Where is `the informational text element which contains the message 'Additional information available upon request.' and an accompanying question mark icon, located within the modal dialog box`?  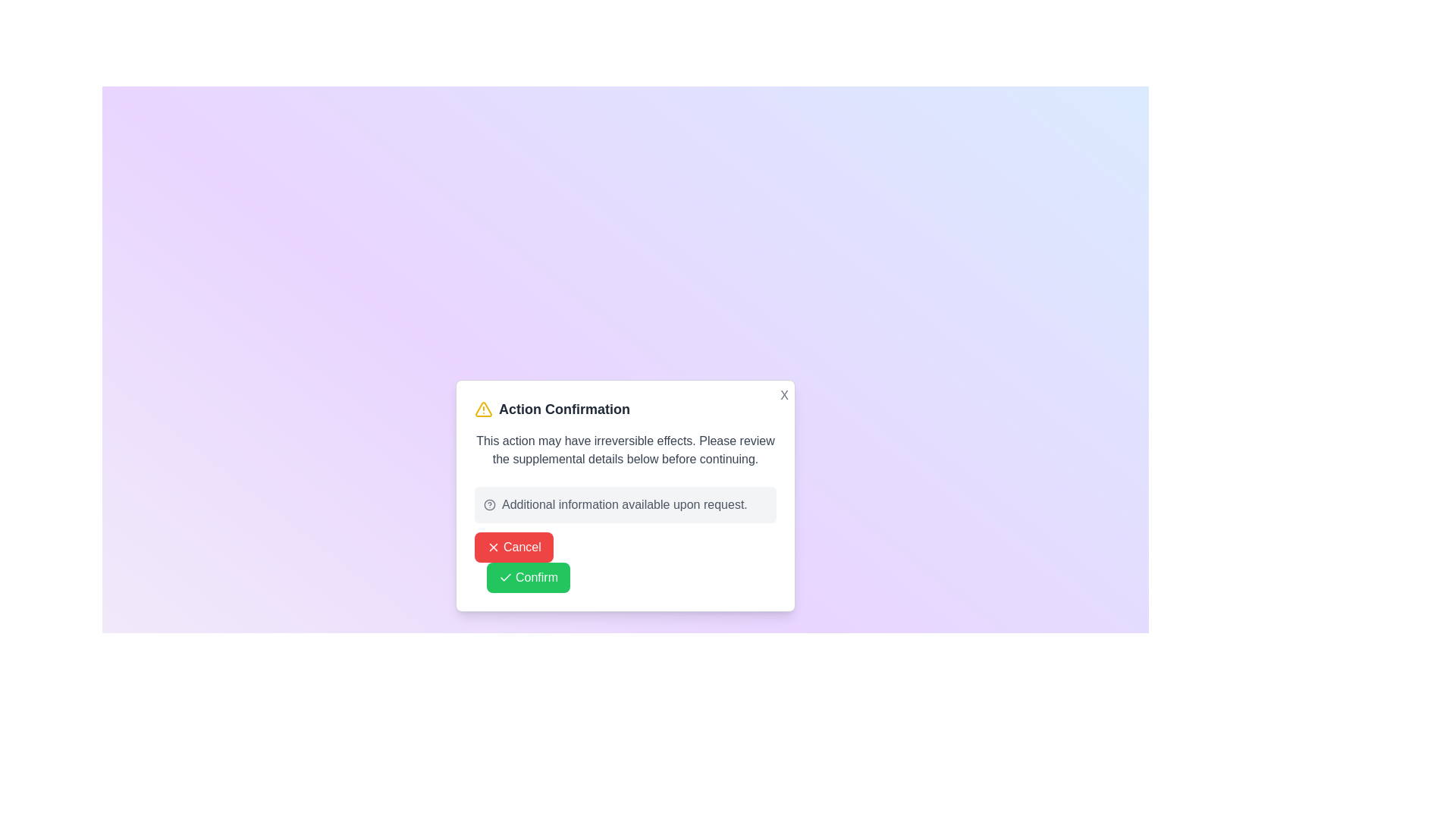
the informational text element which contains the message 'Additional information available upon request.' and an accompanying question mark icon, located within the modal dialog box is located at coordinates (626, 505).